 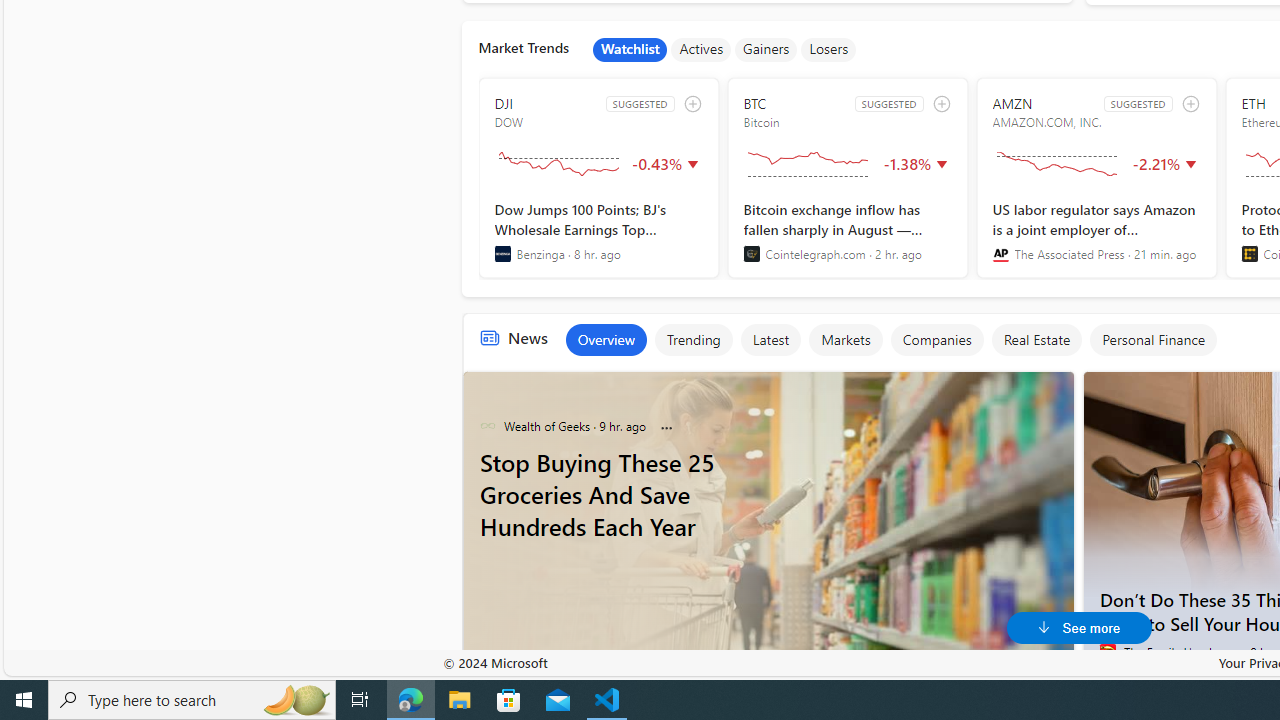 I want to click on 'Latest', so click(x=769, y=338).